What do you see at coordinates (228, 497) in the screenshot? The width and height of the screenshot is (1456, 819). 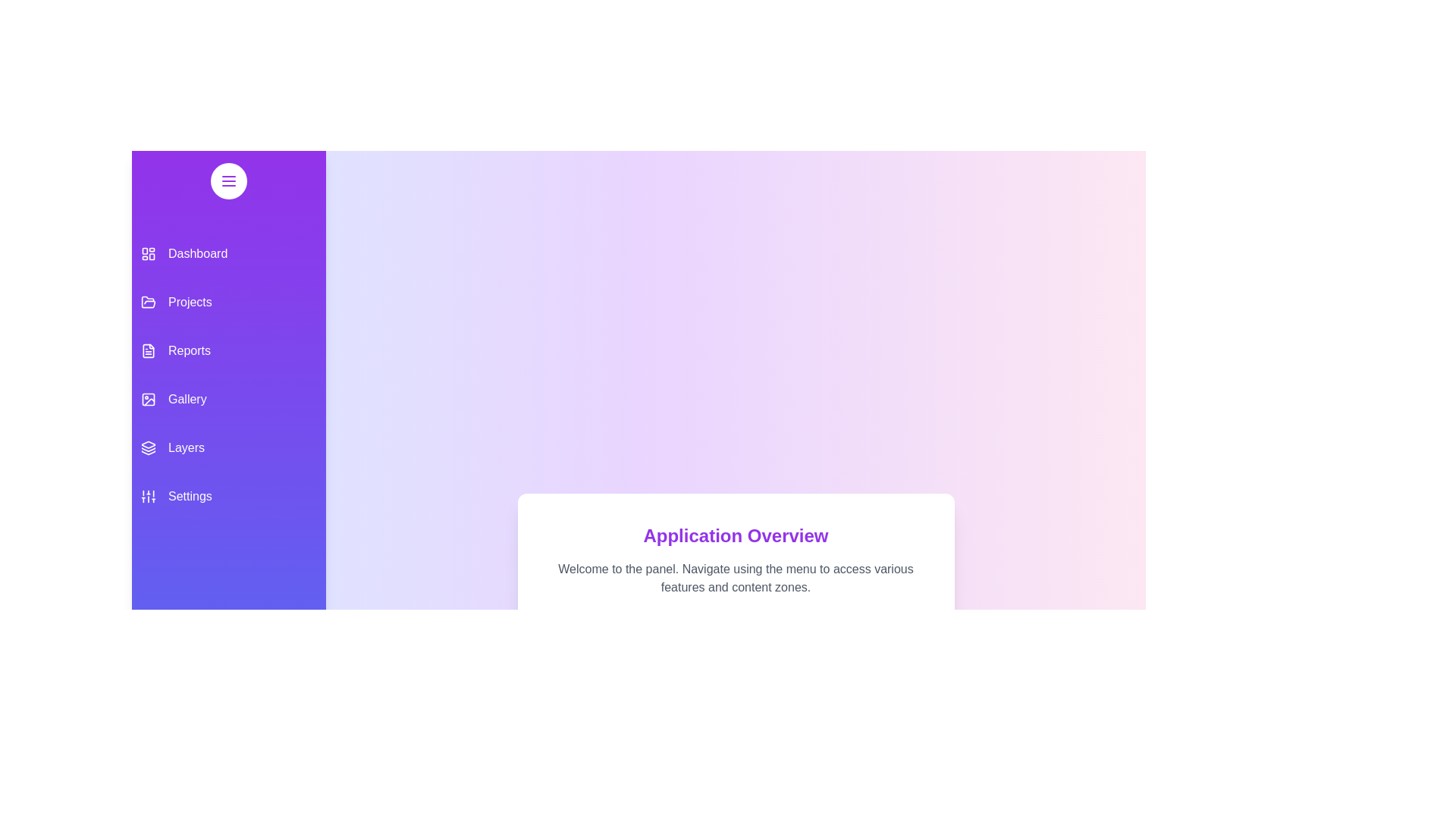 I see `the menu item corresponding to Settings` at bounding box center [228, 497].